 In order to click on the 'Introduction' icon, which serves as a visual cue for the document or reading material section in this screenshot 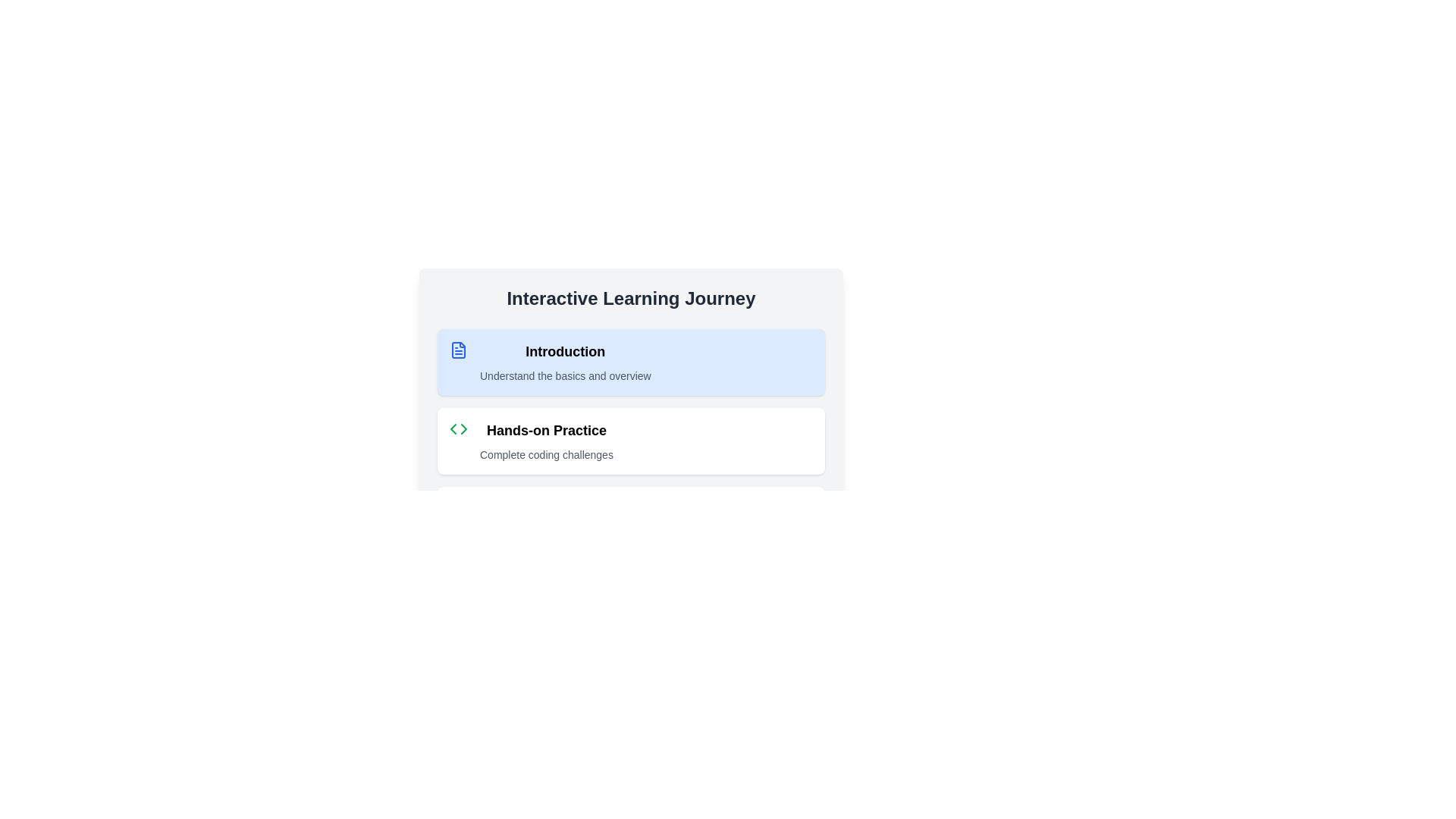, I will do `click(457, 350)`.